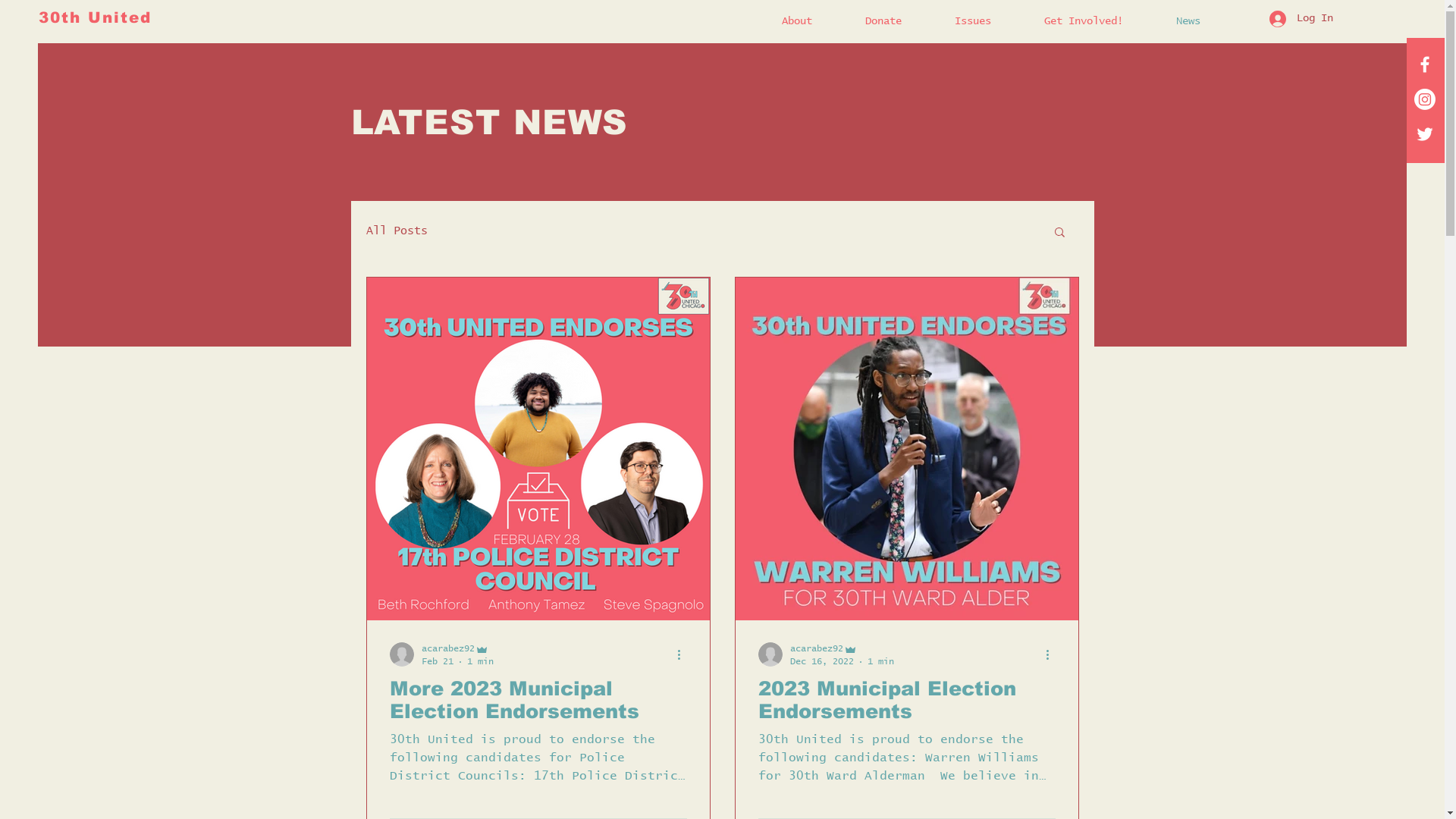 The height and width of the screenshot is (819, 1456). I want to click on 'Donate', so click(899, 20).